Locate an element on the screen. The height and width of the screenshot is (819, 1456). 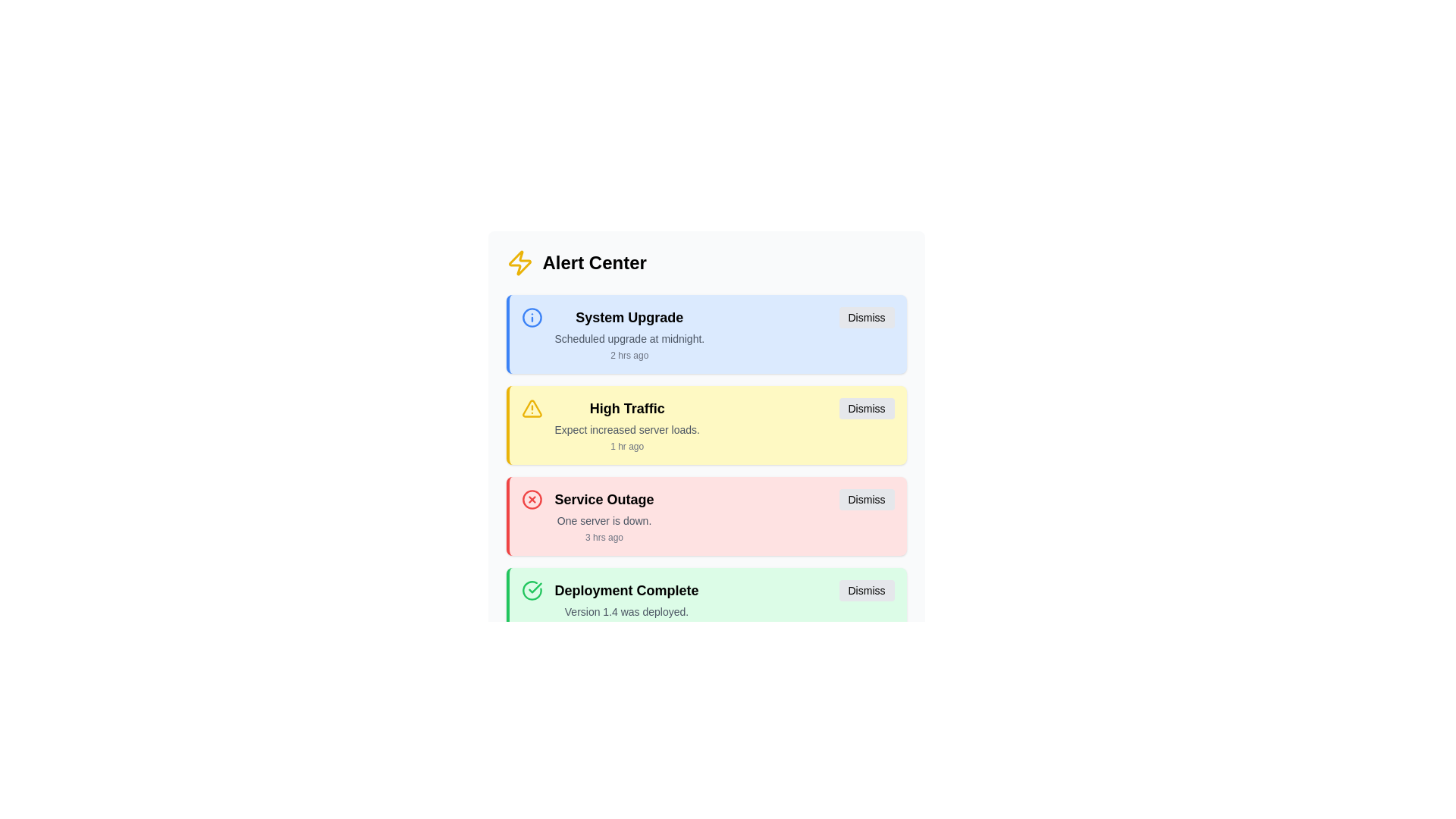
text label displaying 'Version 1.4 was deployed.' located in the lower section of the 'Deployment Complete' notification card is located at coordinates (626, 610).